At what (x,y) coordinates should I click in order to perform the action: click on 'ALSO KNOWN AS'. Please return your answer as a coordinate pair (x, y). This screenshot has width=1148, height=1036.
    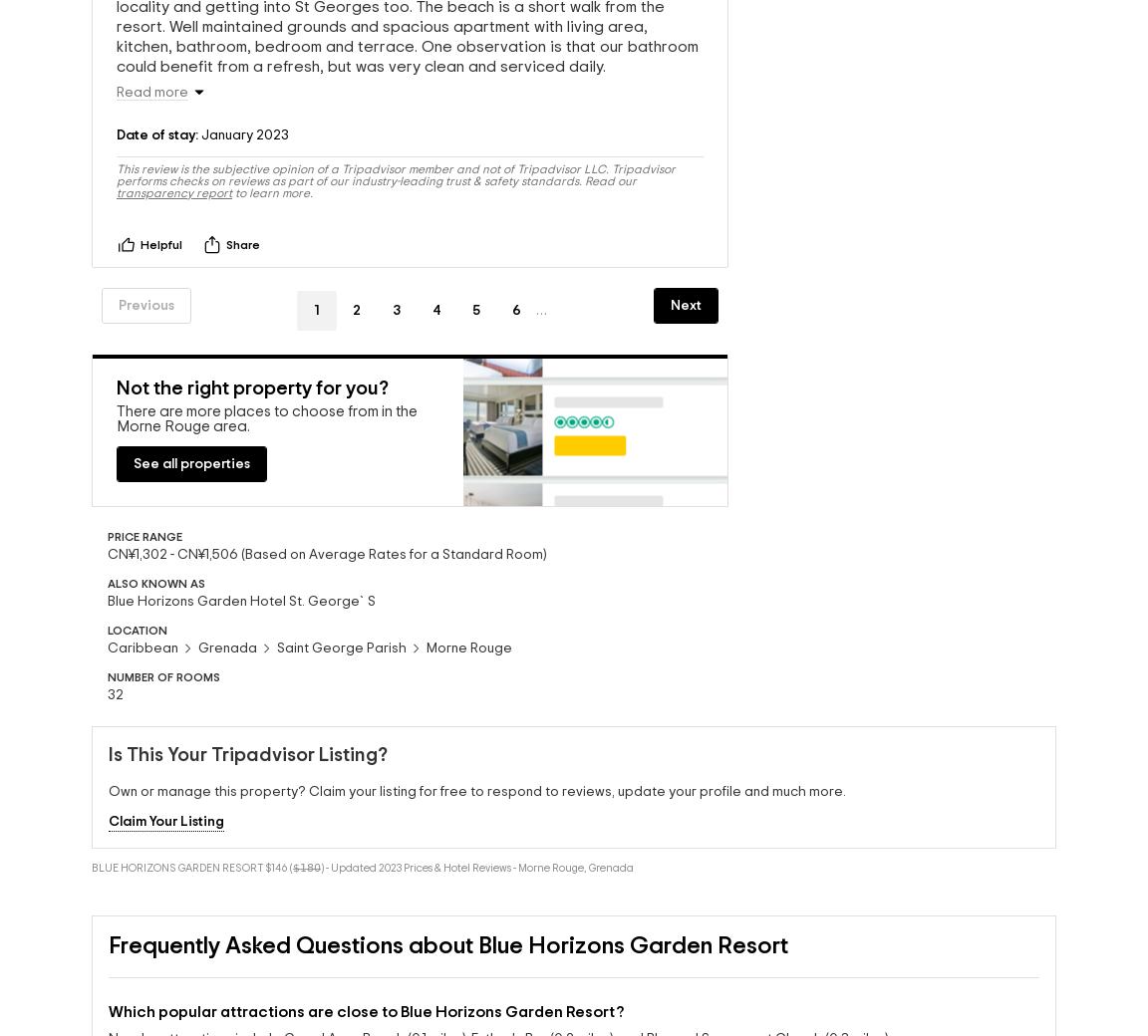
    Looking at the image, I should click on (156, 588).